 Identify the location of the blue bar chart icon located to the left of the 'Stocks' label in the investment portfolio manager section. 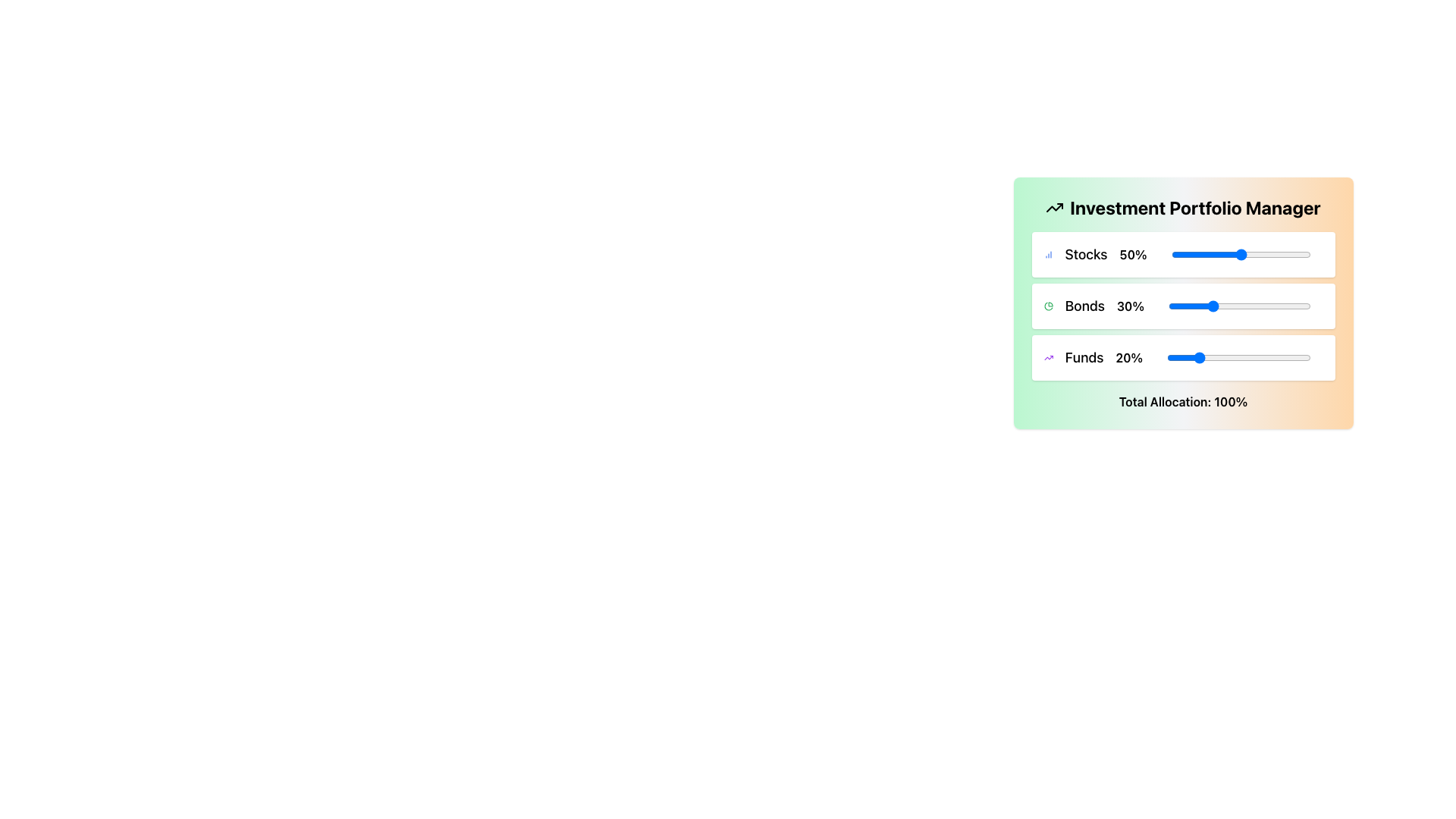
(1047, 253).